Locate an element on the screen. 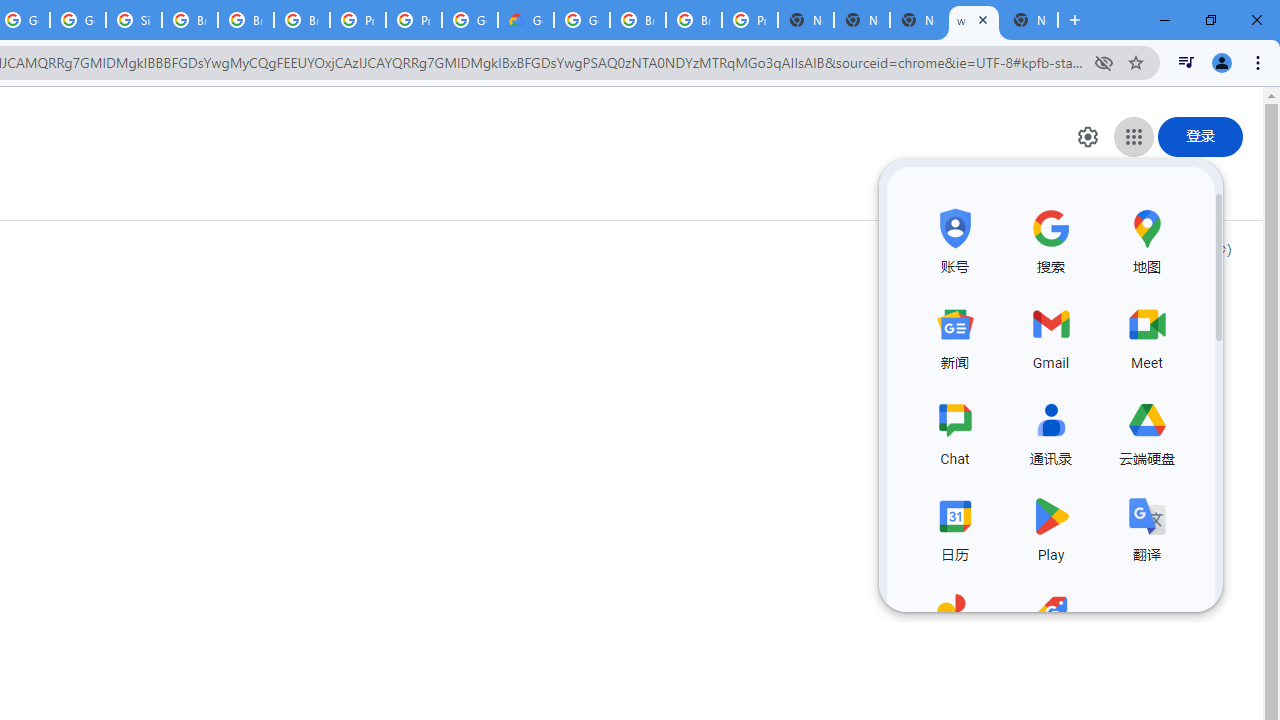 This screenshot has width=1280, height=720. 'Google Cloud Estimate Summary' is located at coordinates (526, 20).